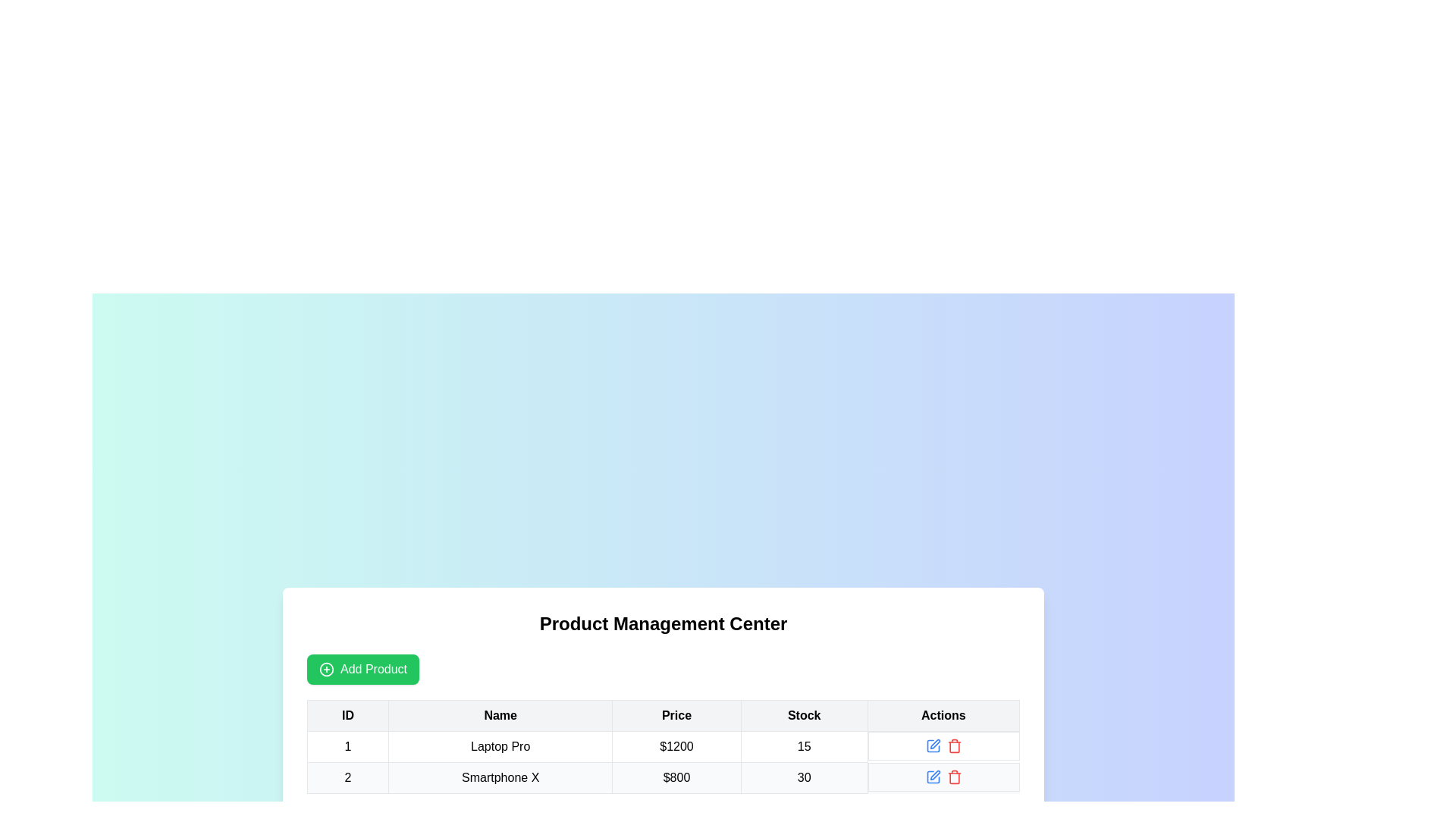  Describe the element at coordinates (934, 775) in the screenshot. I see `the edit icon located in the 'Actions' column of the second row of the data table` at that location.